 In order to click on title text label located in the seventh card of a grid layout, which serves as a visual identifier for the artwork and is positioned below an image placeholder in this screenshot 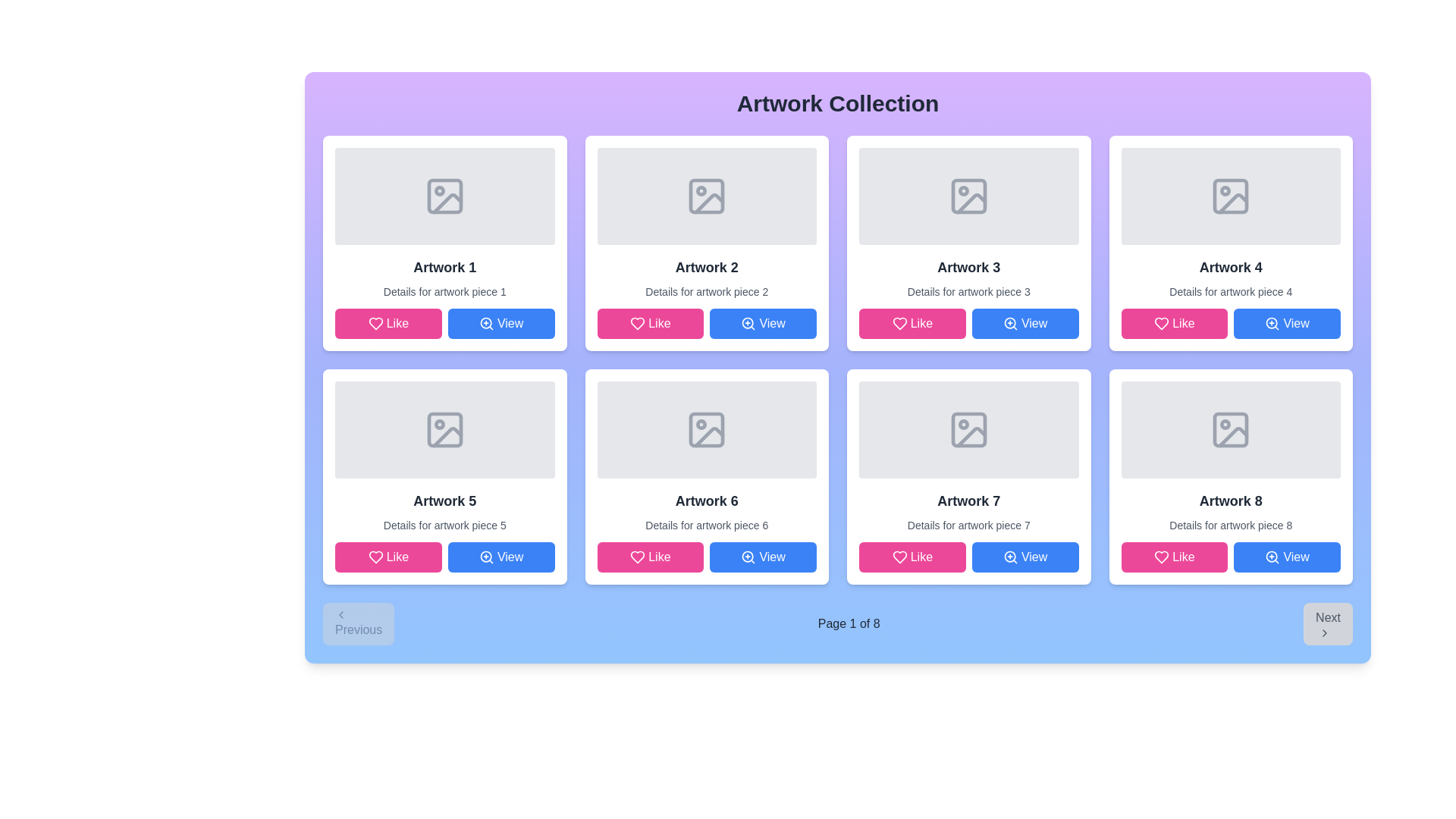, I will do `click(968, 500)`.